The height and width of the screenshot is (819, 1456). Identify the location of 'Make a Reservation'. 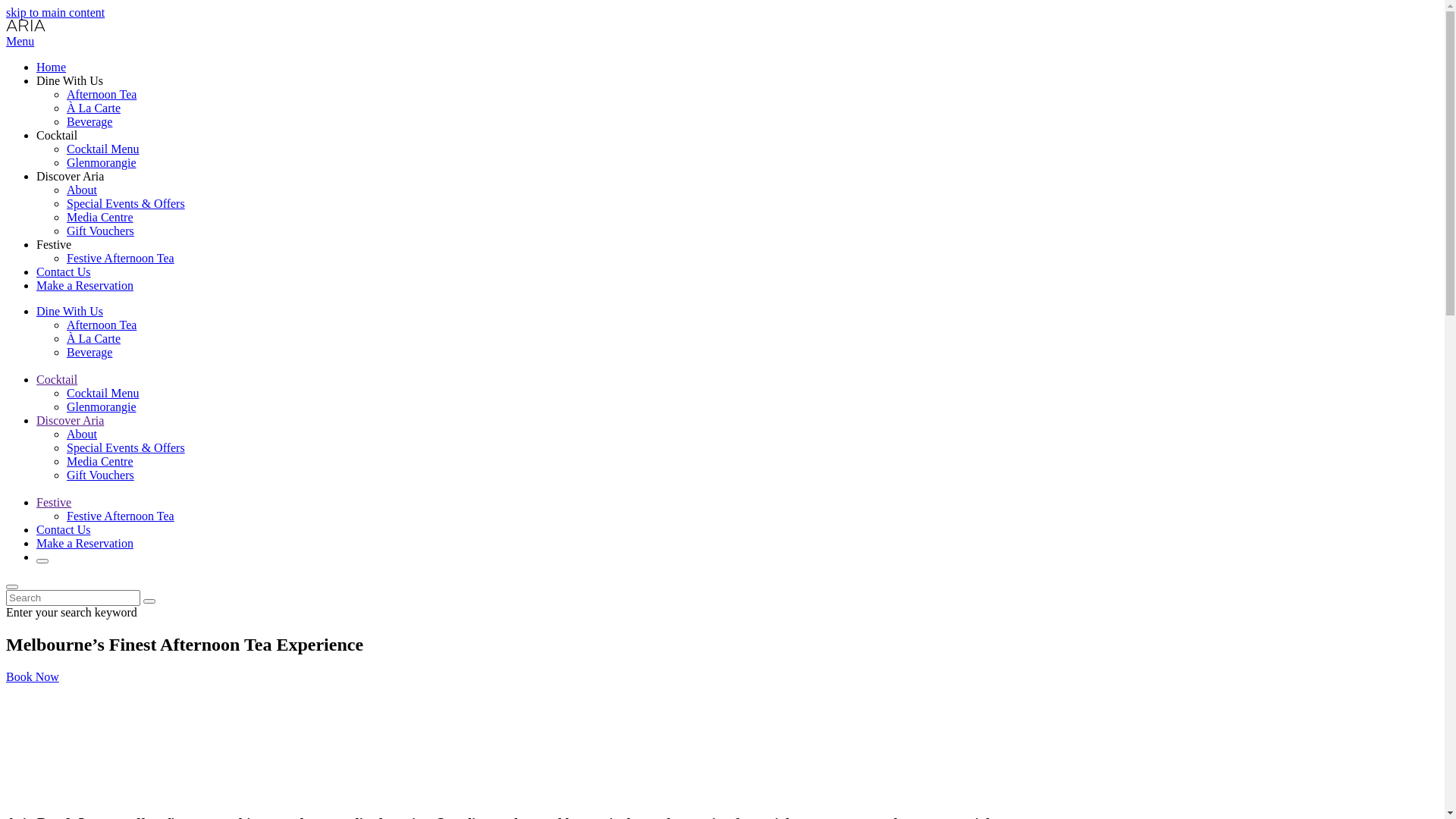
(83, 542).